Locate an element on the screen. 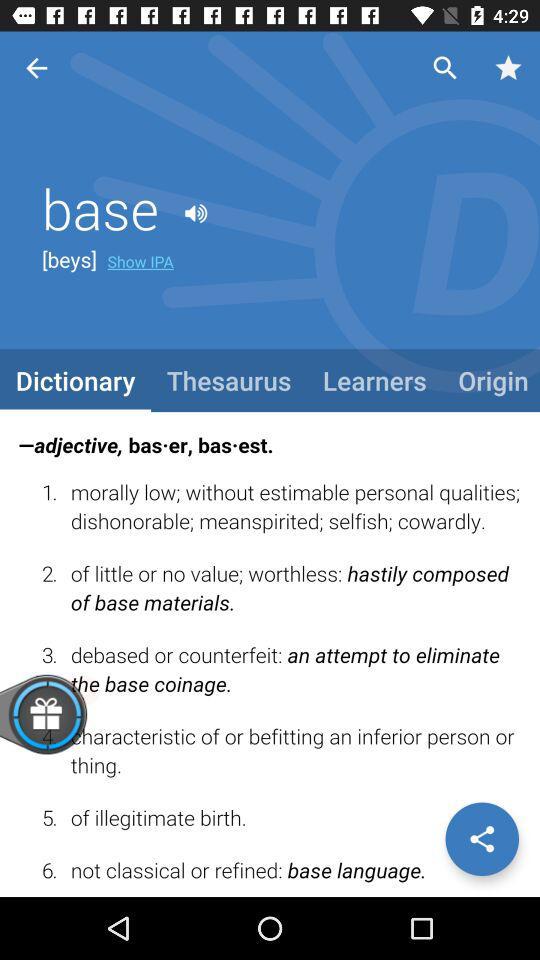 The image size is (540, 960). the text which is to the right of beys is located at coordinates (139, 260).